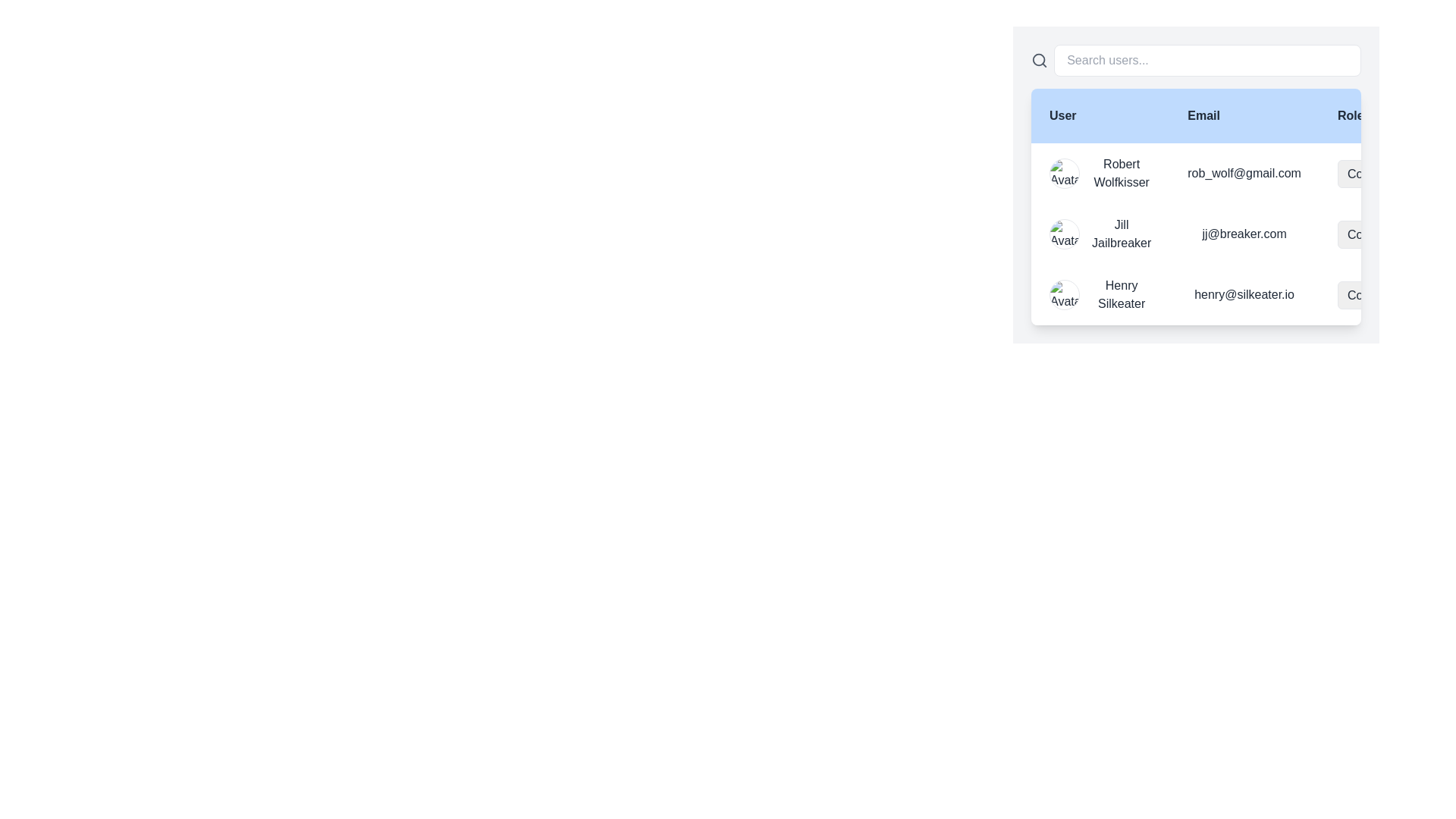  Describe the element at coordinates (1122, 295) in the screenshot. I see `the user name text label located` at that location.